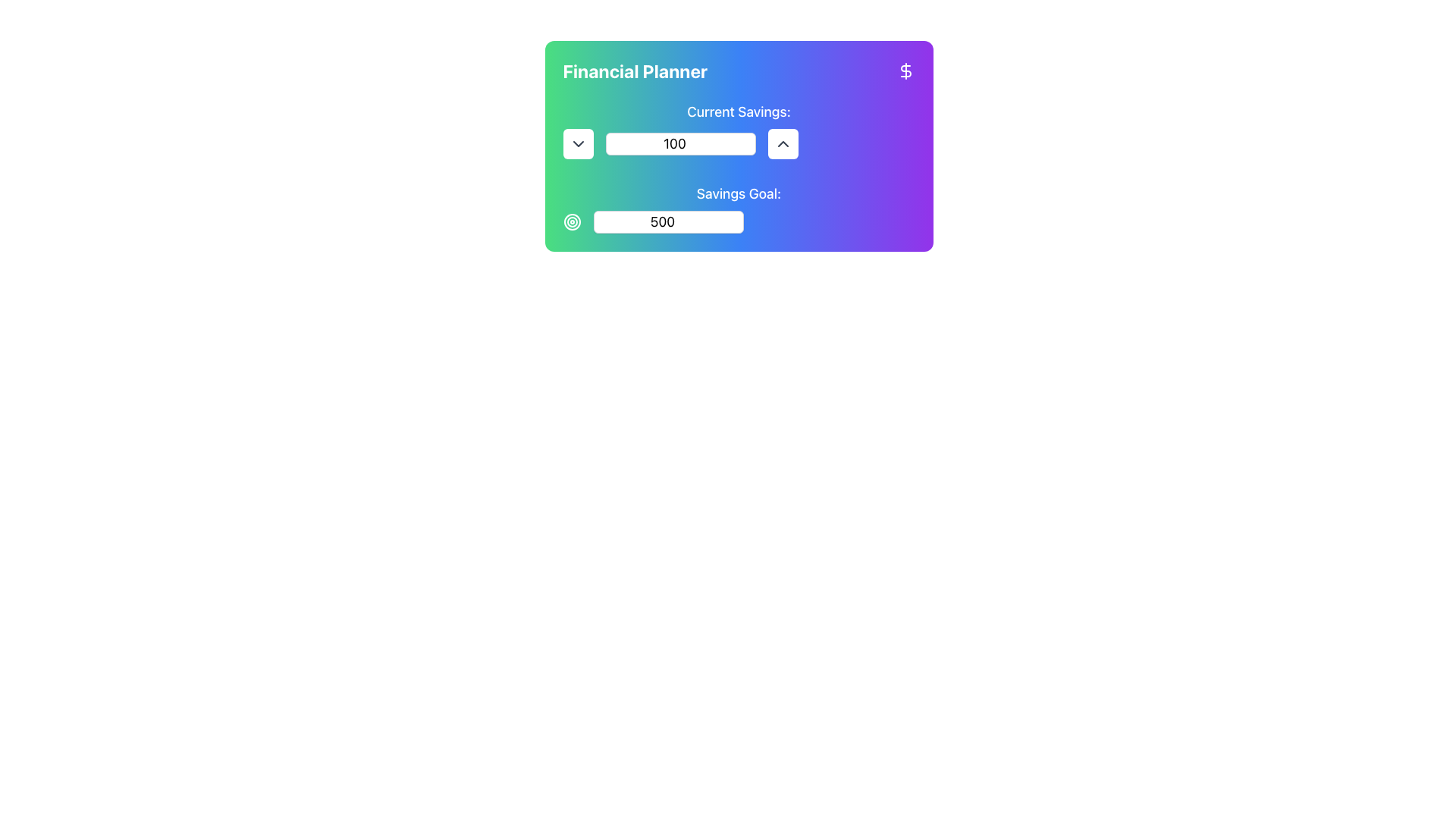 The image size is (1456, 819). Describe the element at coordinates (577, 143) in the screenshot. I see `the downward-pointing chevron icon located in the rounded square button next to the 'Current Savings' input field` at that location.